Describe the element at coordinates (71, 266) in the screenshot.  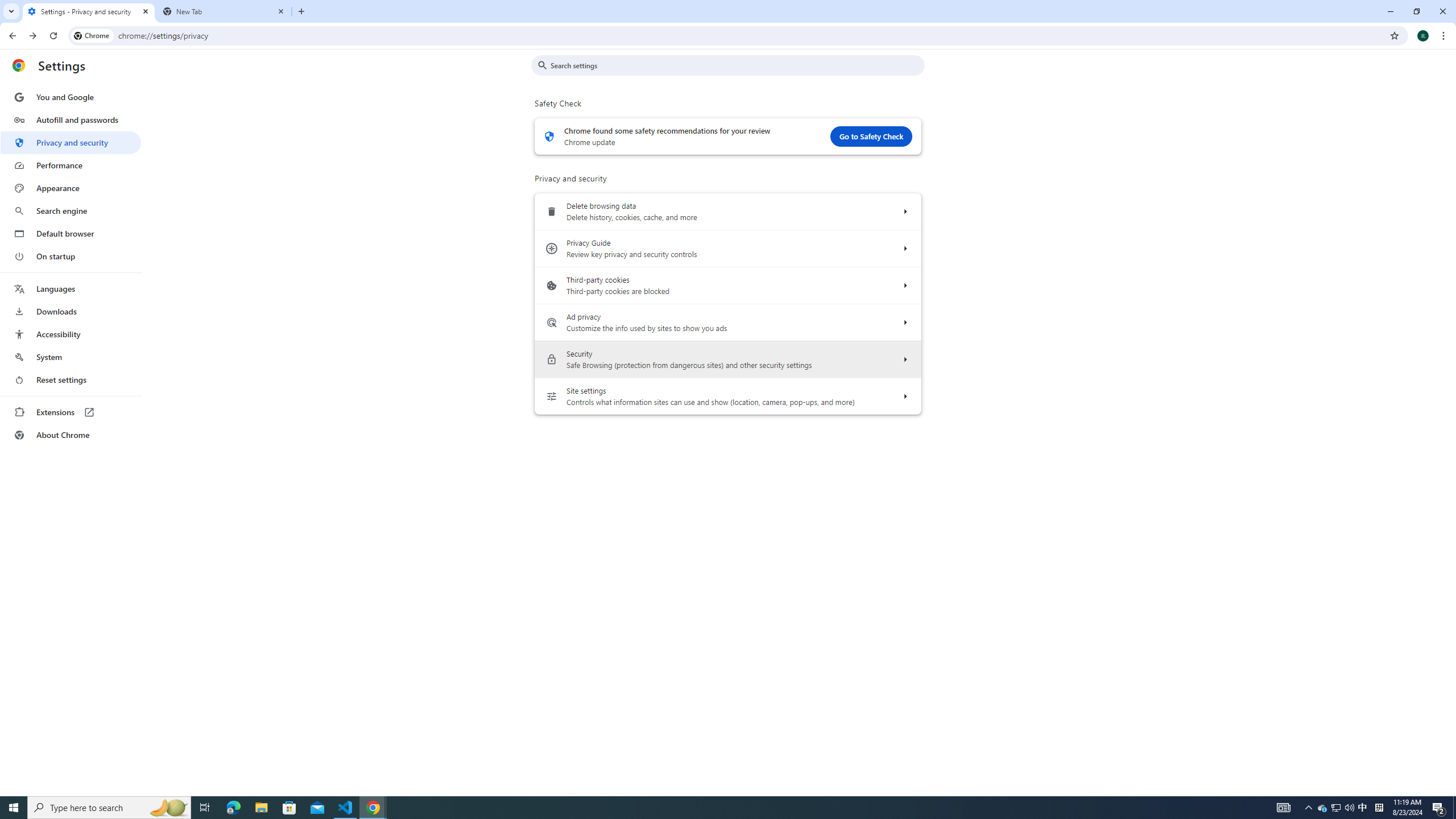
I see `'AutomationID: menu'` at that location.